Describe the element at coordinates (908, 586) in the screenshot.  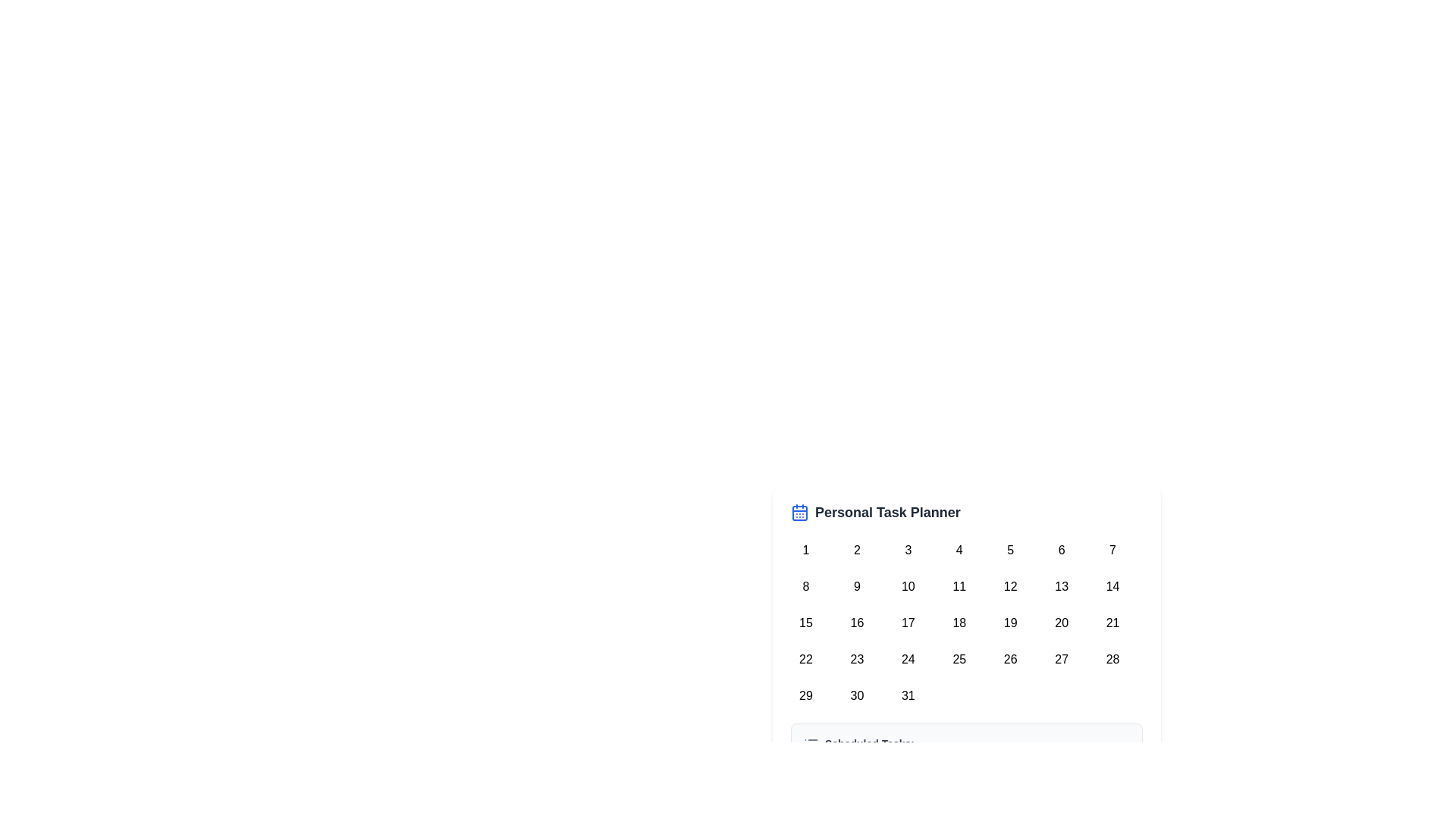
I see `the circular button containing the number '10'` at that location.